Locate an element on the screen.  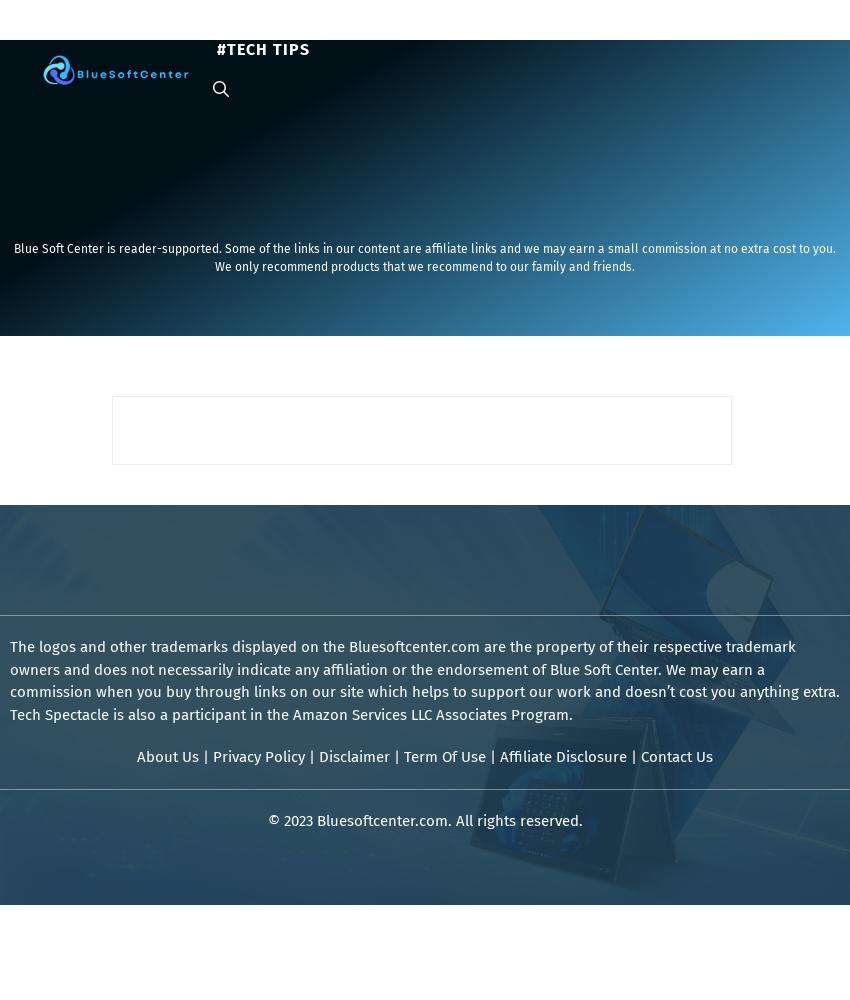
'Accessories' is located at coordinates (721, 29).